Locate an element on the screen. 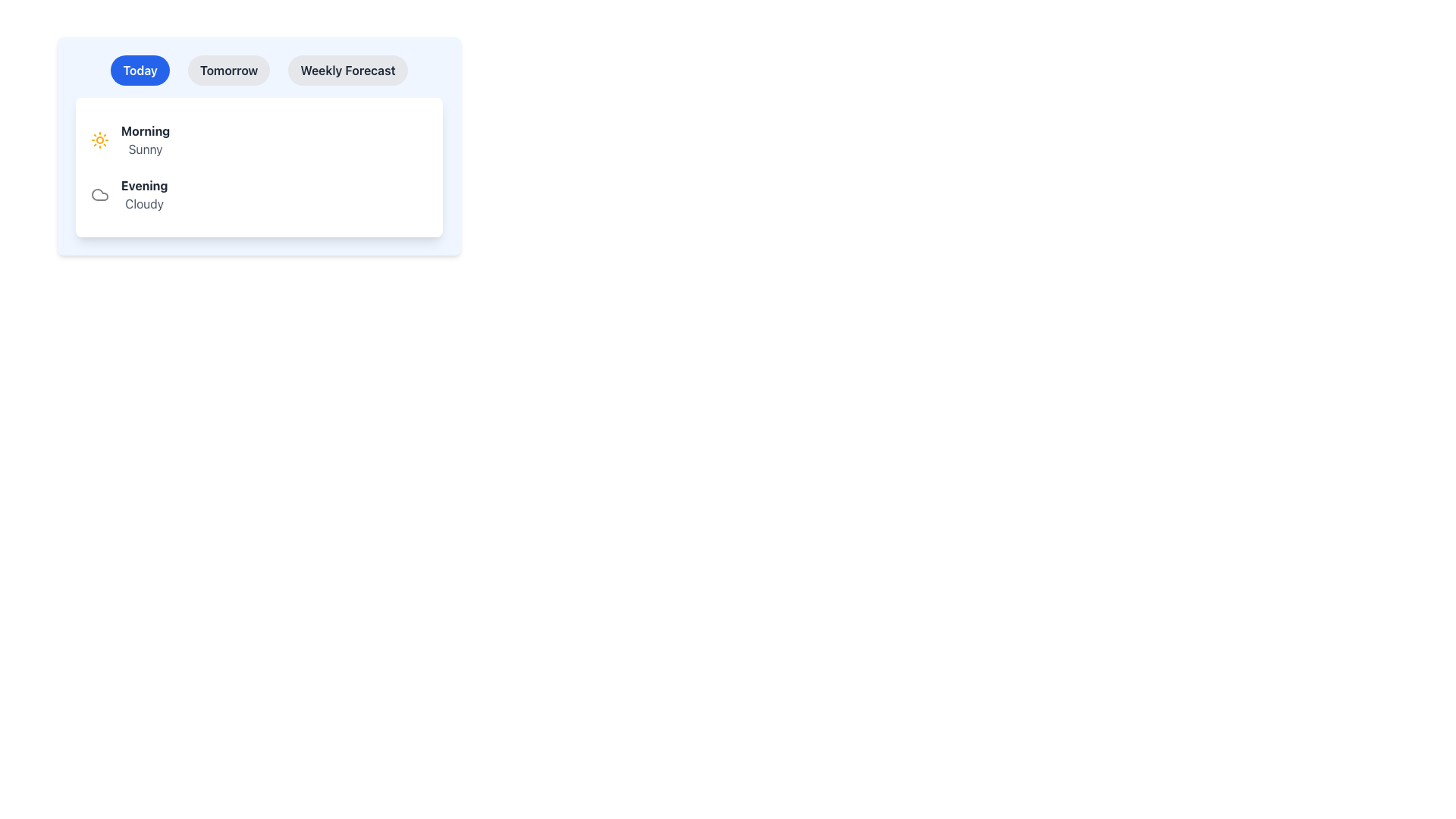  the text block displaying 'Evening' and 'Cloudy' located in the lower half of the panel under the 'Today' section is located at coordinates (144, 194).